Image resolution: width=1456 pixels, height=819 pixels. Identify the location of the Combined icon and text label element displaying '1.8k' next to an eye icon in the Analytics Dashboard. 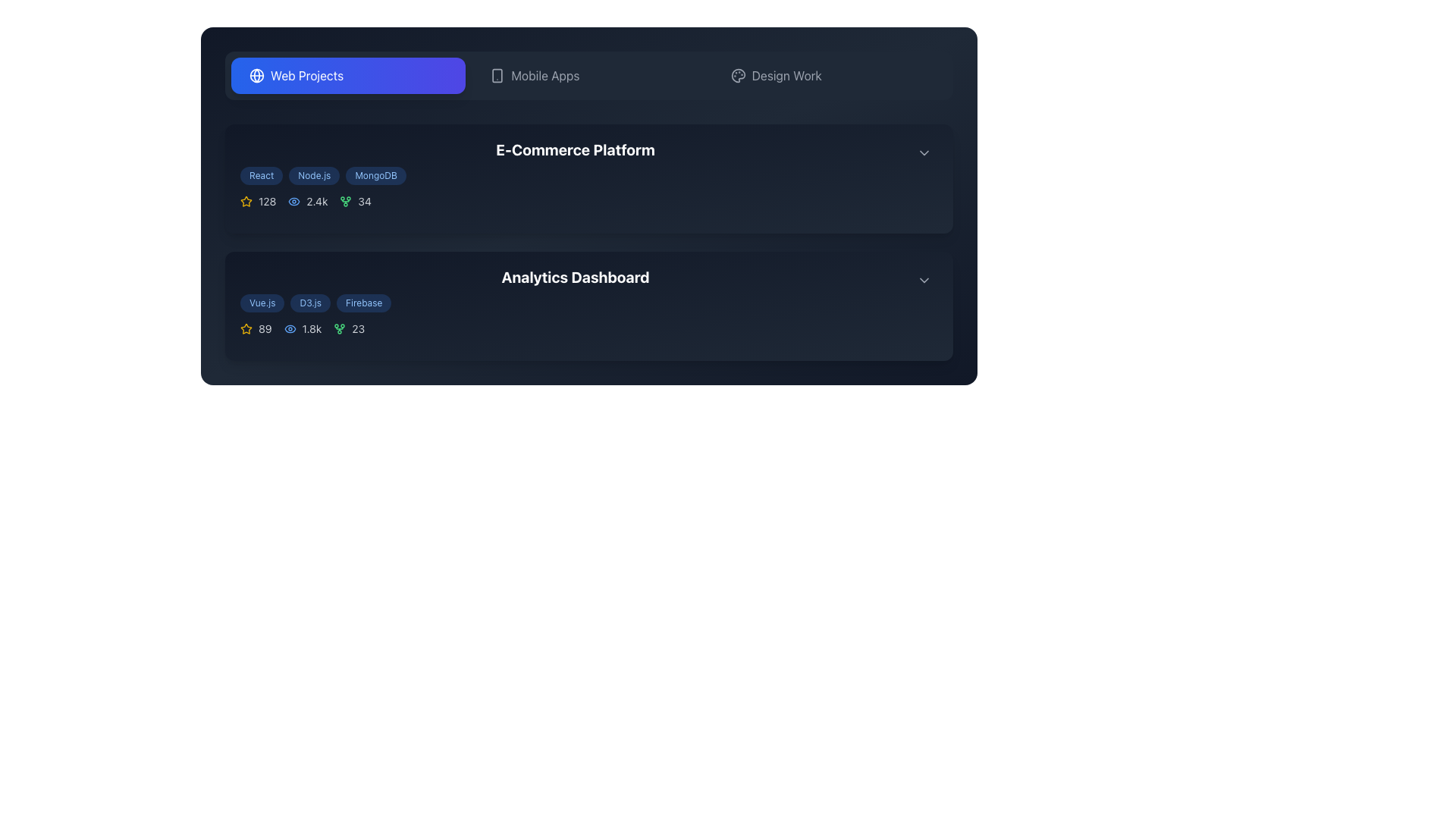
(303, 328).